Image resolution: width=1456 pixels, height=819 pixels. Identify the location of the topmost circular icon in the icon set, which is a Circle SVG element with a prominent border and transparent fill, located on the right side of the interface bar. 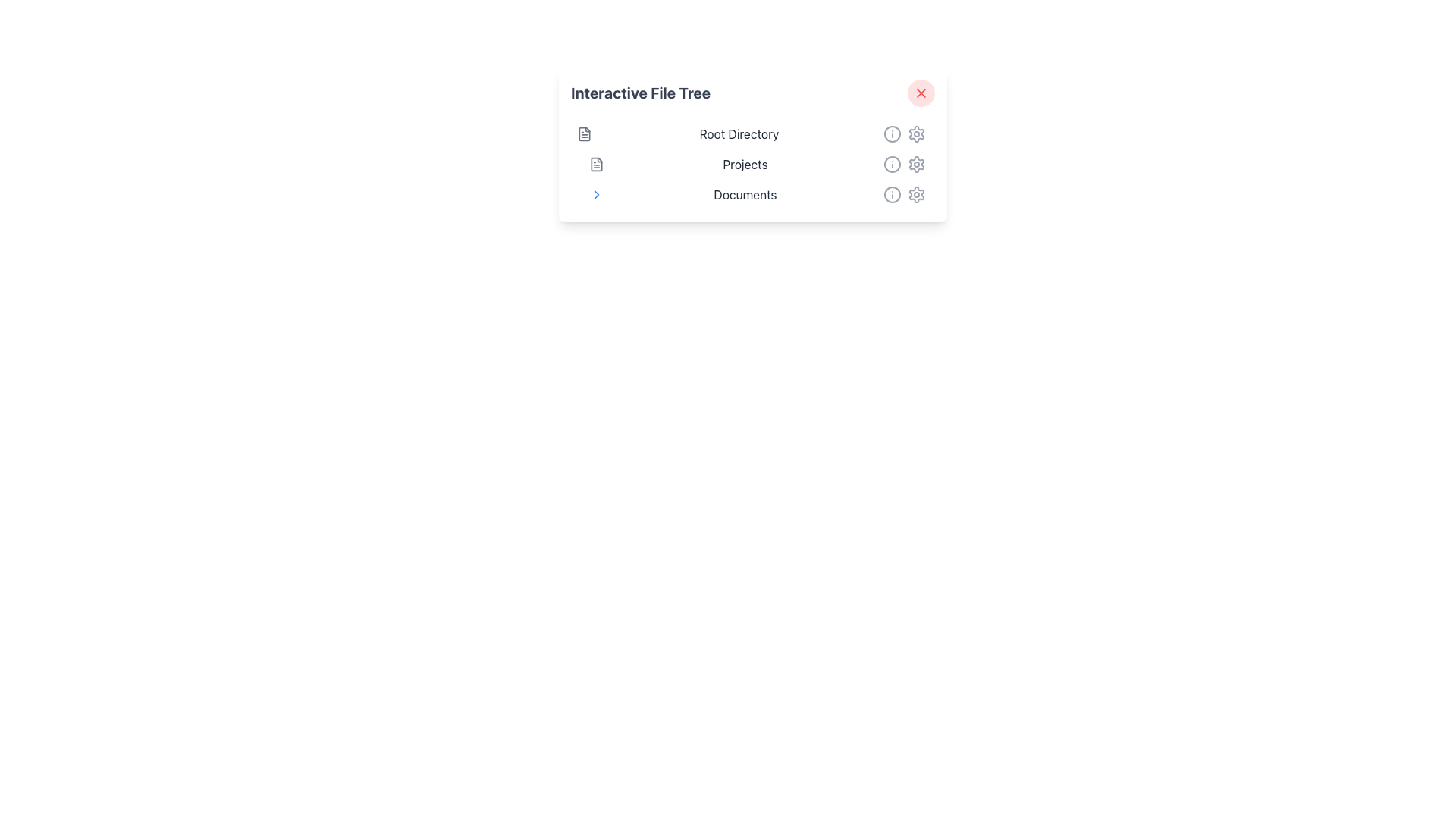
(892, 133).